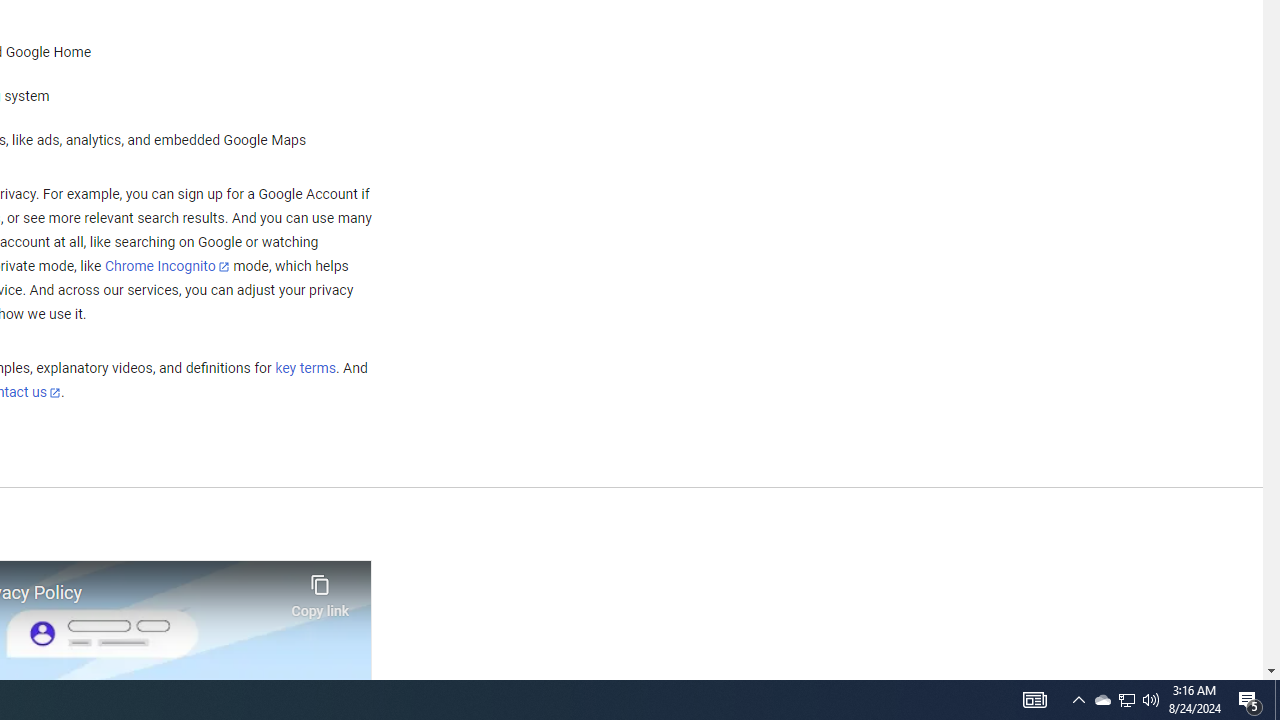  What do you see at coordinates (304, 368) in the screenshot?
I see `'key terms'` at bounding box center [304, 368].